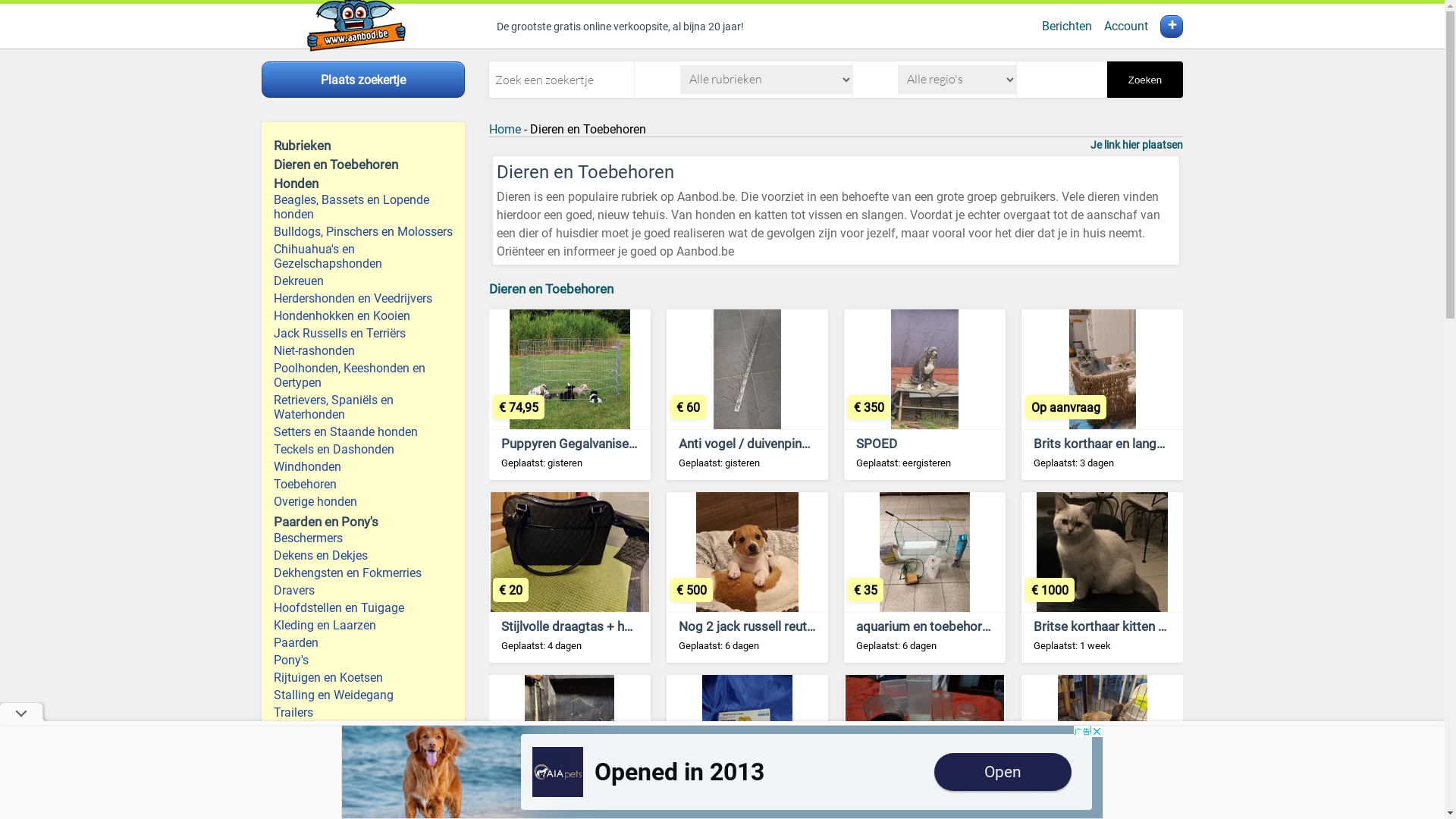 This screenshot has width=1456, height=819. I want to click on 'Dekreuen', so click(362, 281).